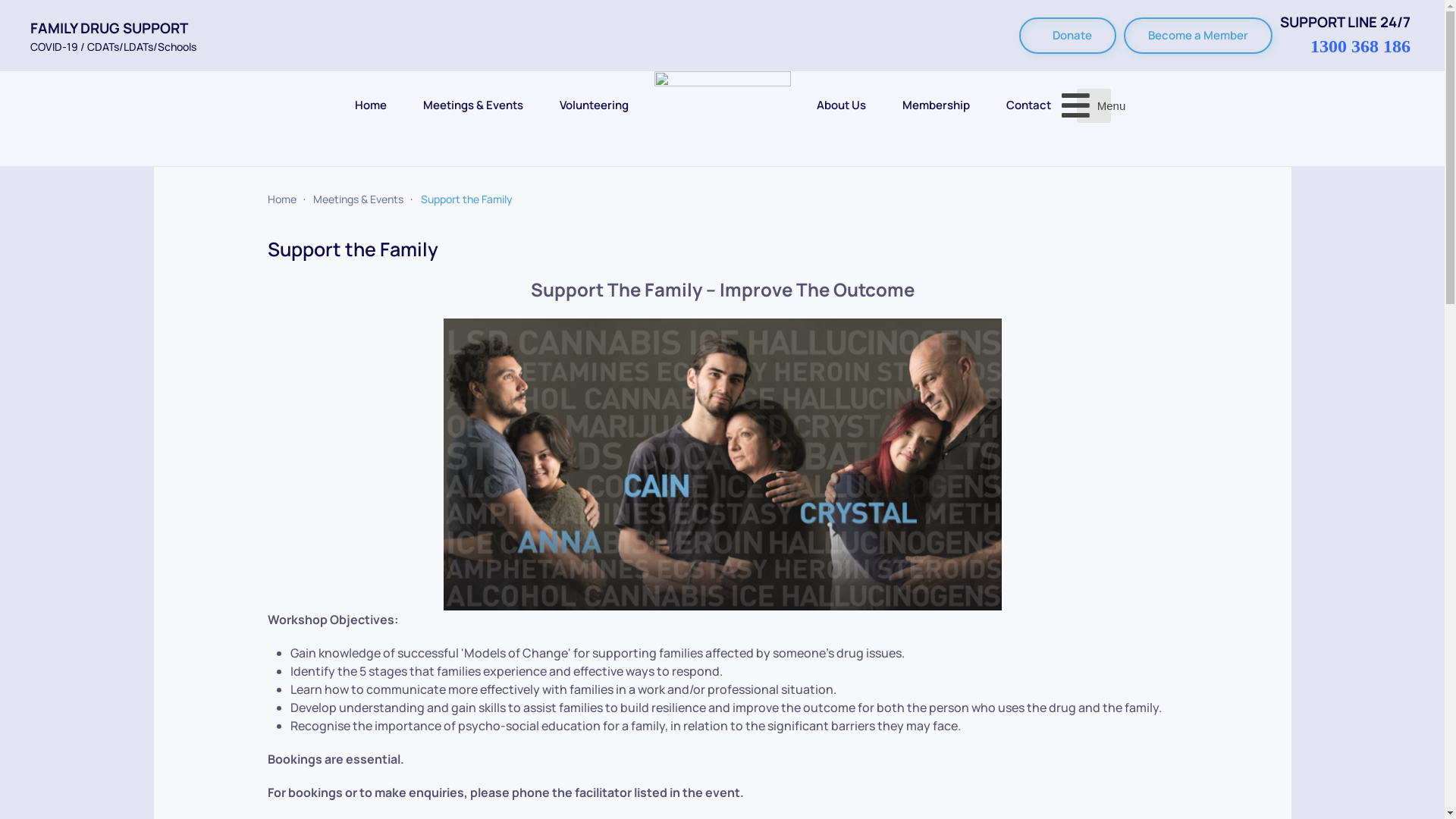 The image size is (1456, 819). Describe the element at coordinates (593, 104) in the screenshot. I see `'Volunteering'` at that location.